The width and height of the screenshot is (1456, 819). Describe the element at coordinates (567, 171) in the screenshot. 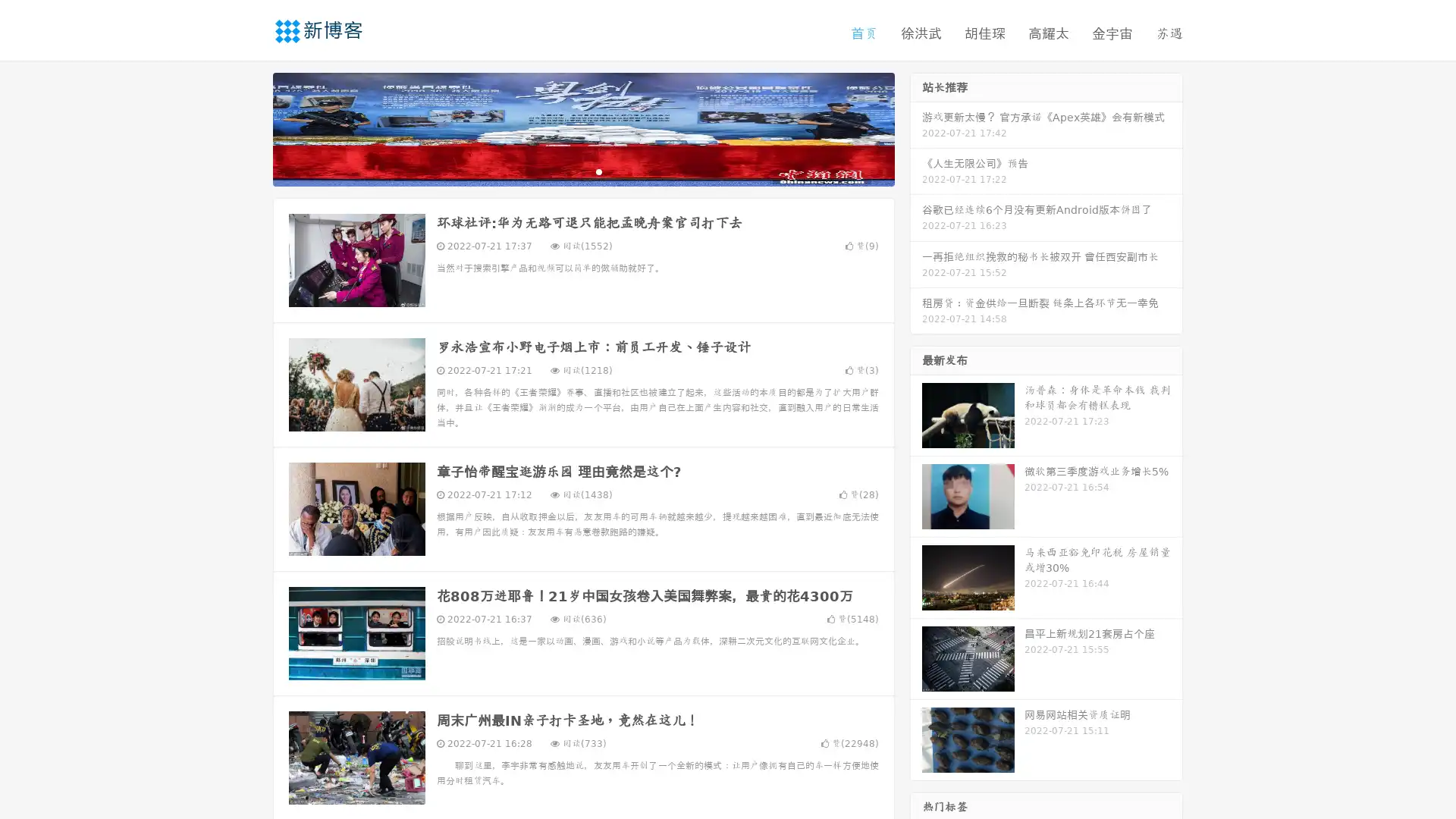

I see `Go to slide 1` at that location.